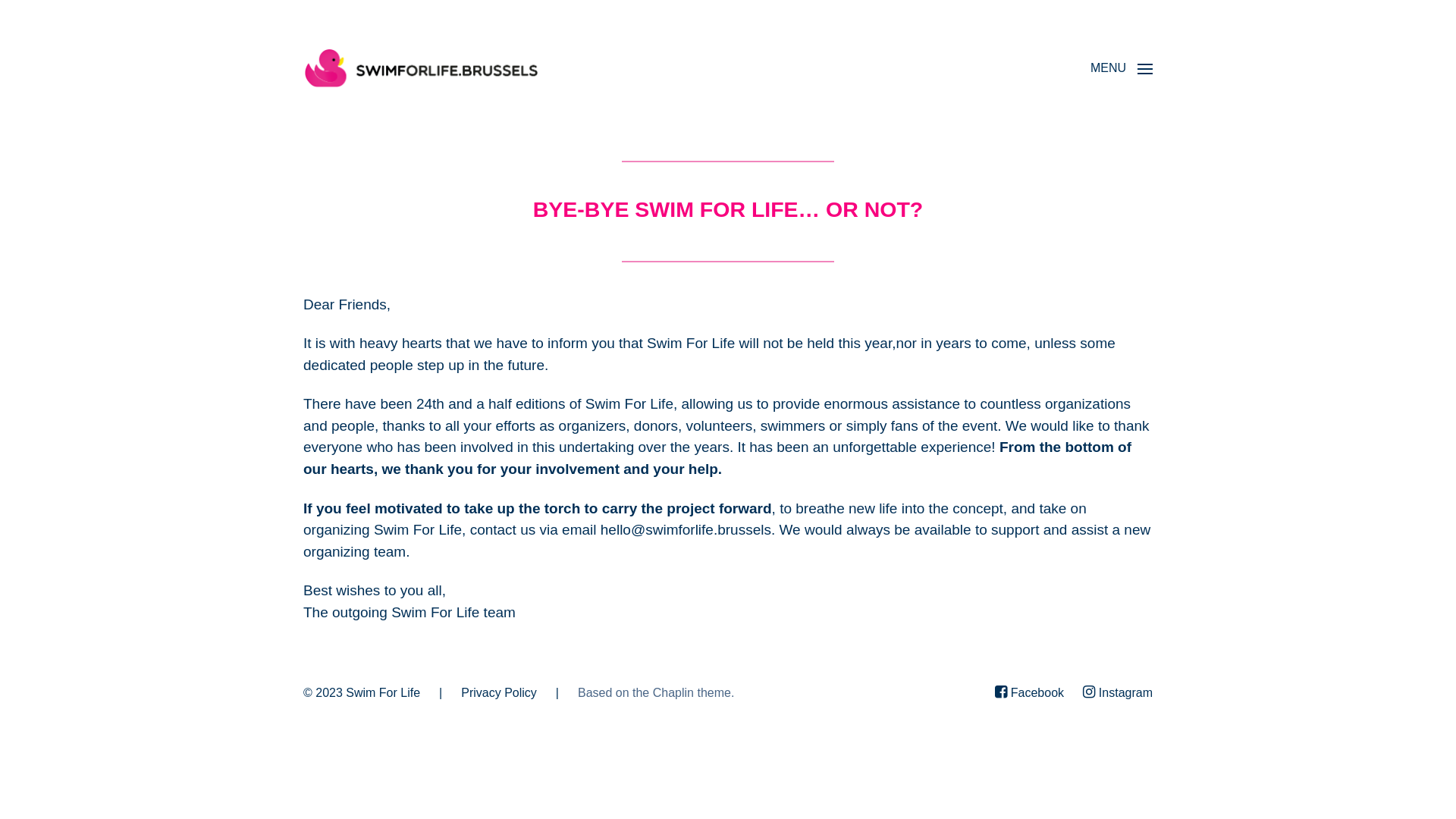  I want to click on 'Instagram', so click(1117, 693).